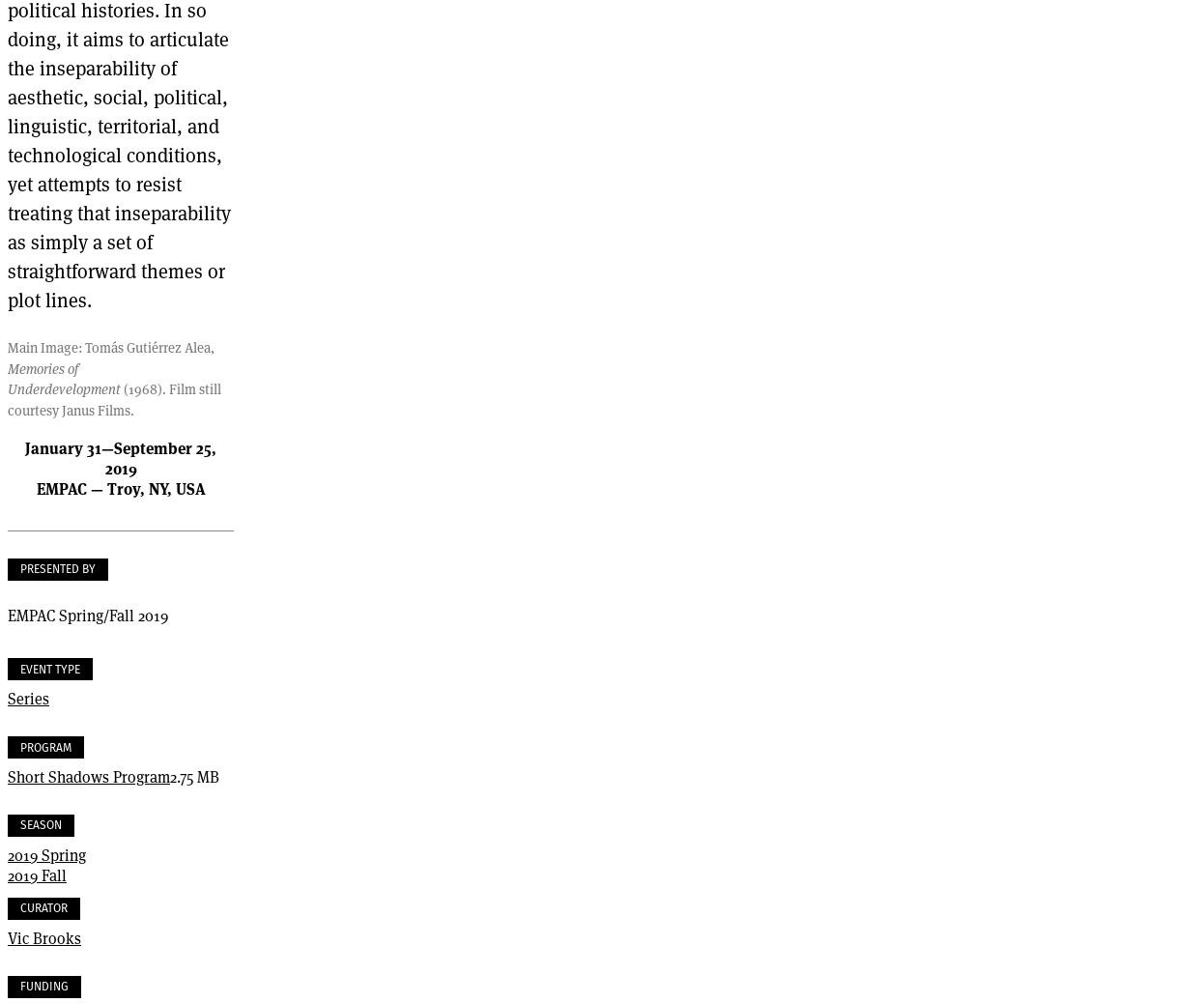 The image size is (1204, 1003). Describe the element at coordinates (87, 776) in the screenshot. I see `'Short Shadows Program'` at that location.